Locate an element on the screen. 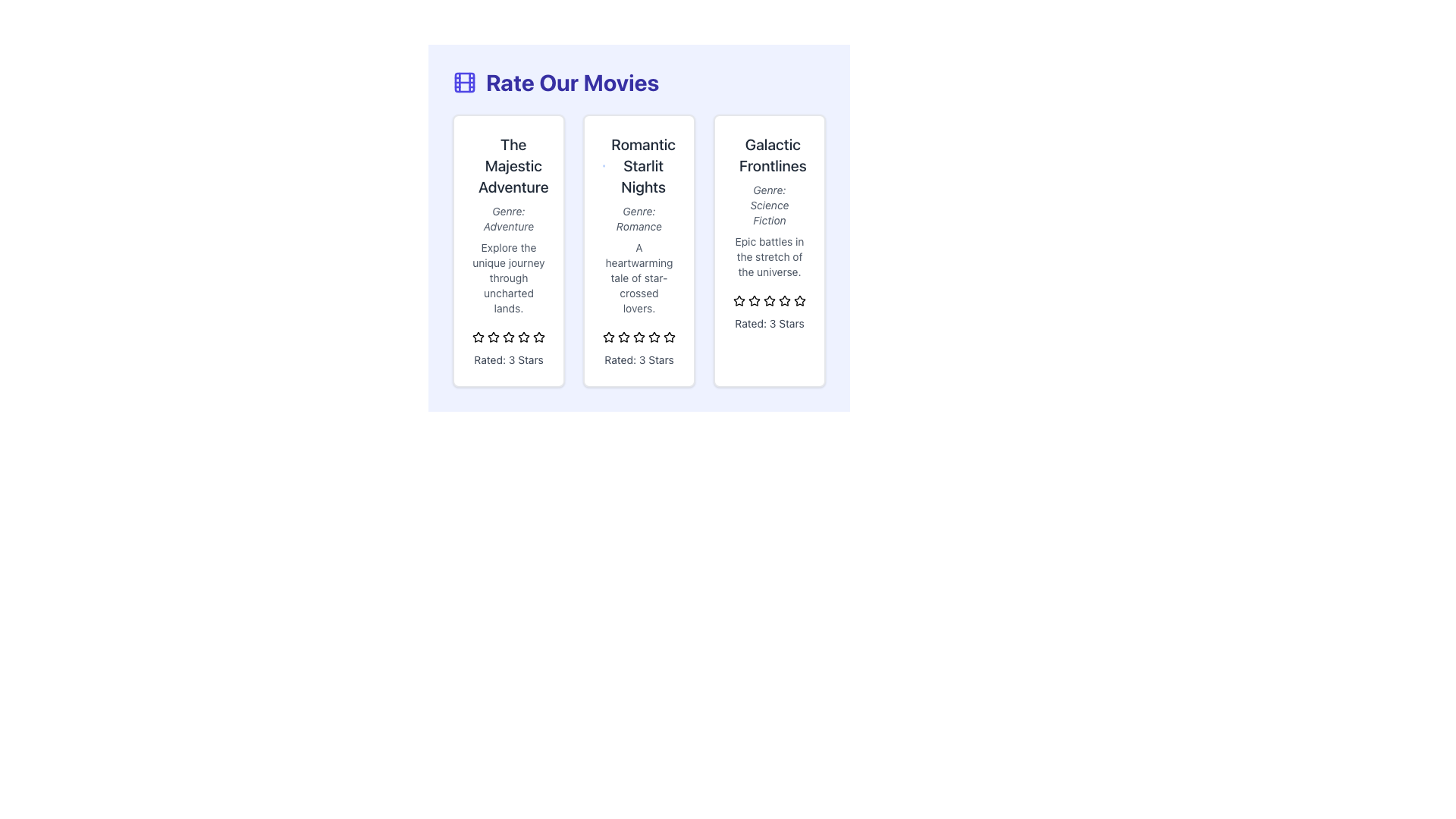 Image resolution: width=1456 pixels, height=819 pixels. the text element titled 'Romantic Starlit Nights' which is styled in a large, bold dark gray font, located in the 'Rate Our Movies' section is located at coordinates (643, 166).